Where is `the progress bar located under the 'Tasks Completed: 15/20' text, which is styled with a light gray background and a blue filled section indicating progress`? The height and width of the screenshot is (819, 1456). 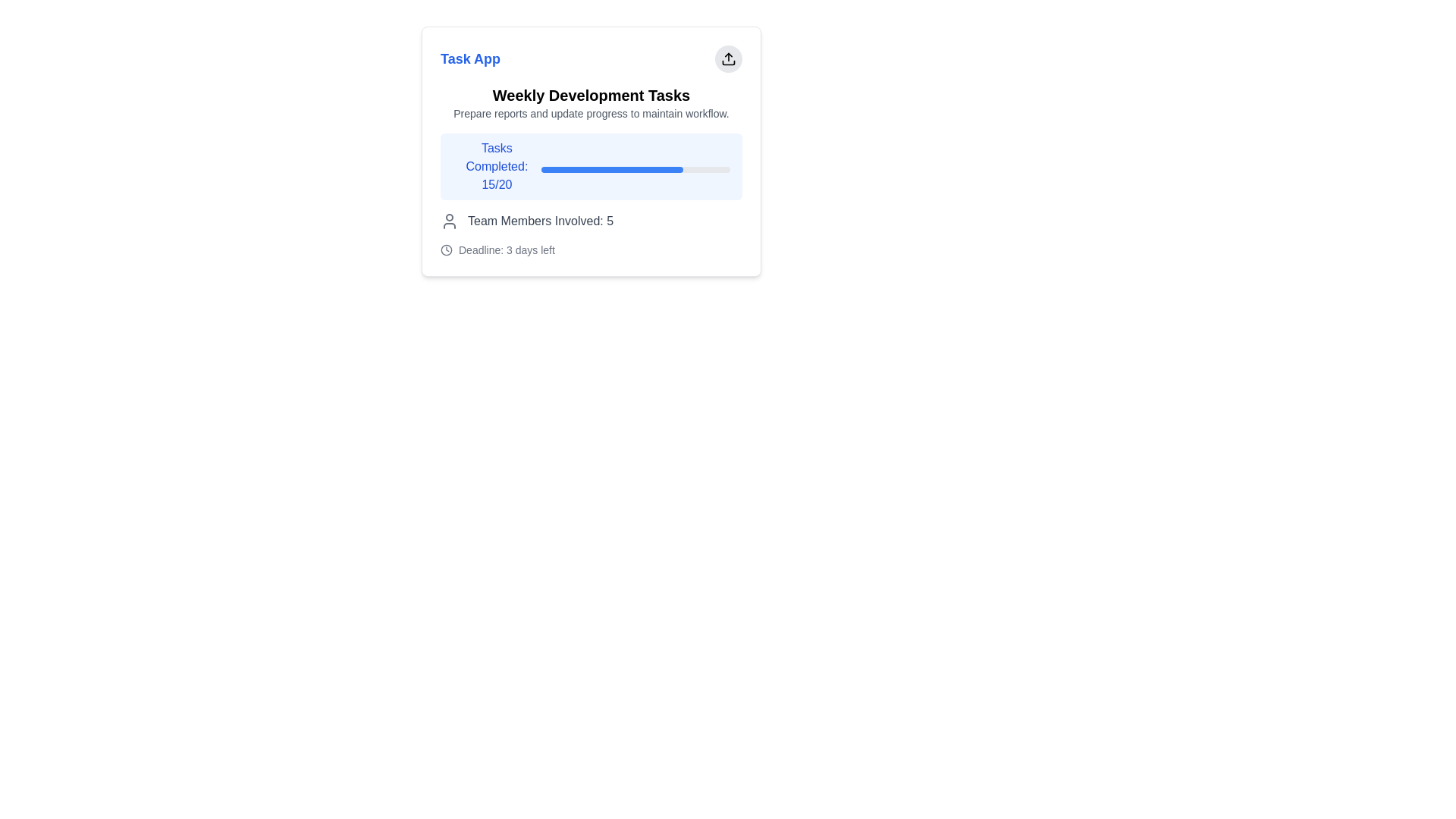
the progress bar located under the 'Tasks Completed: 15/20' text, which is styled with a light gray background and a blue filled section indicating progress is located at coordinates (635, 169).